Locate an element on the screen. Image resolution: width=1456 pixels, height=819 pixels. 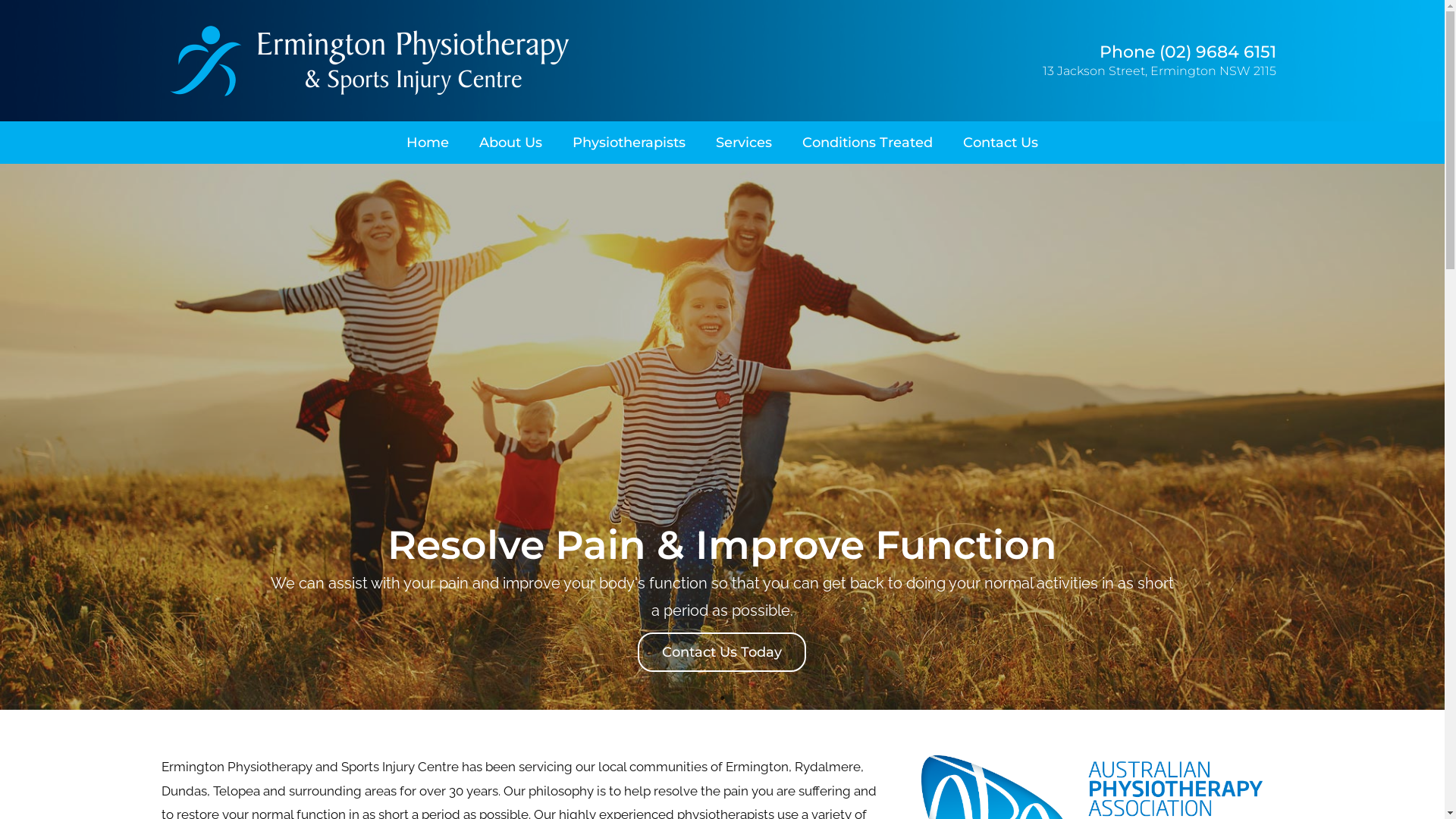
'Physiotherapists' is located at coordinates (629, 143).